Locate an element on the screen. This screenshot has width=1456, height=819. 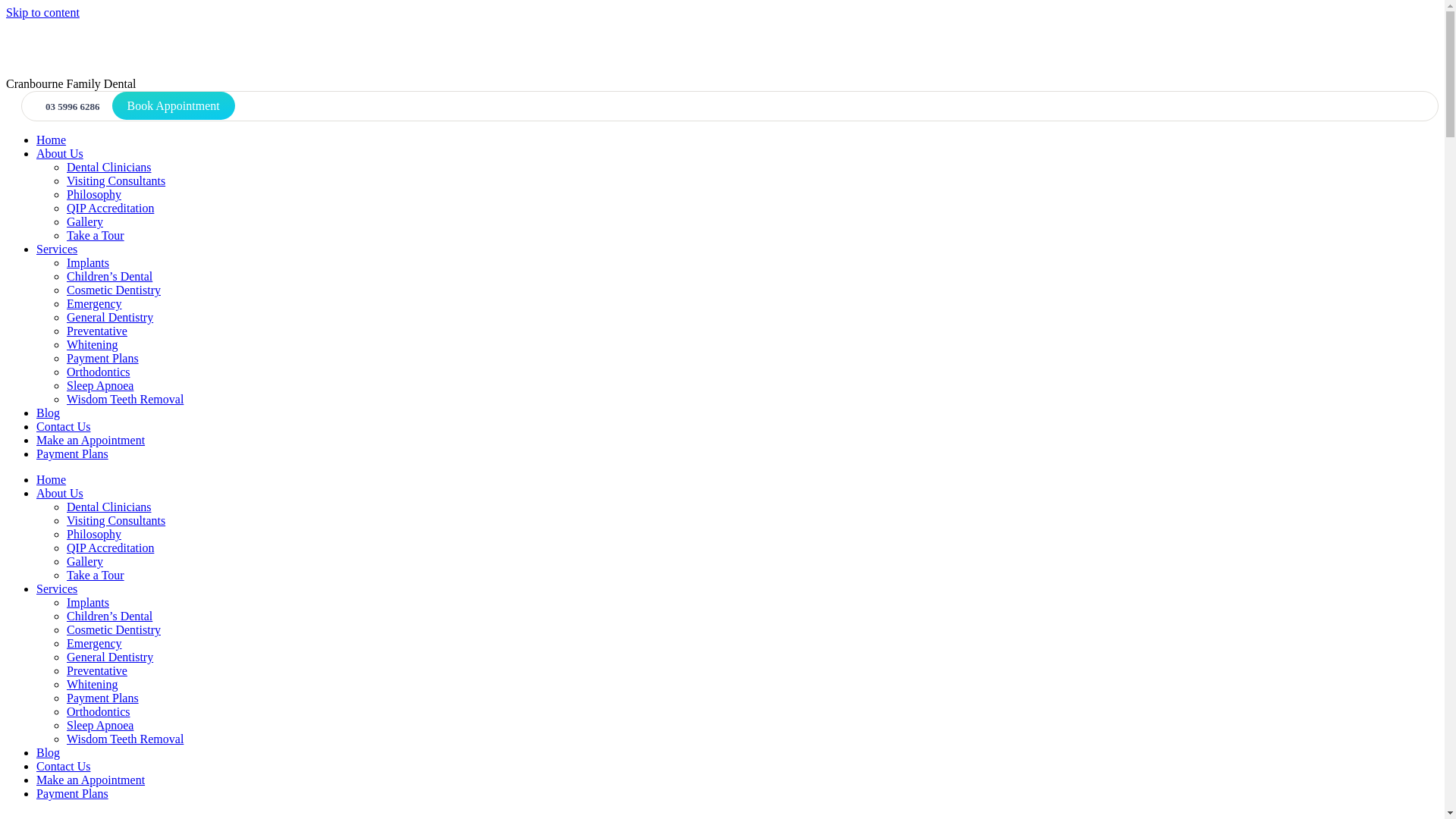
'Blog' is located at coordinates (36, 413).